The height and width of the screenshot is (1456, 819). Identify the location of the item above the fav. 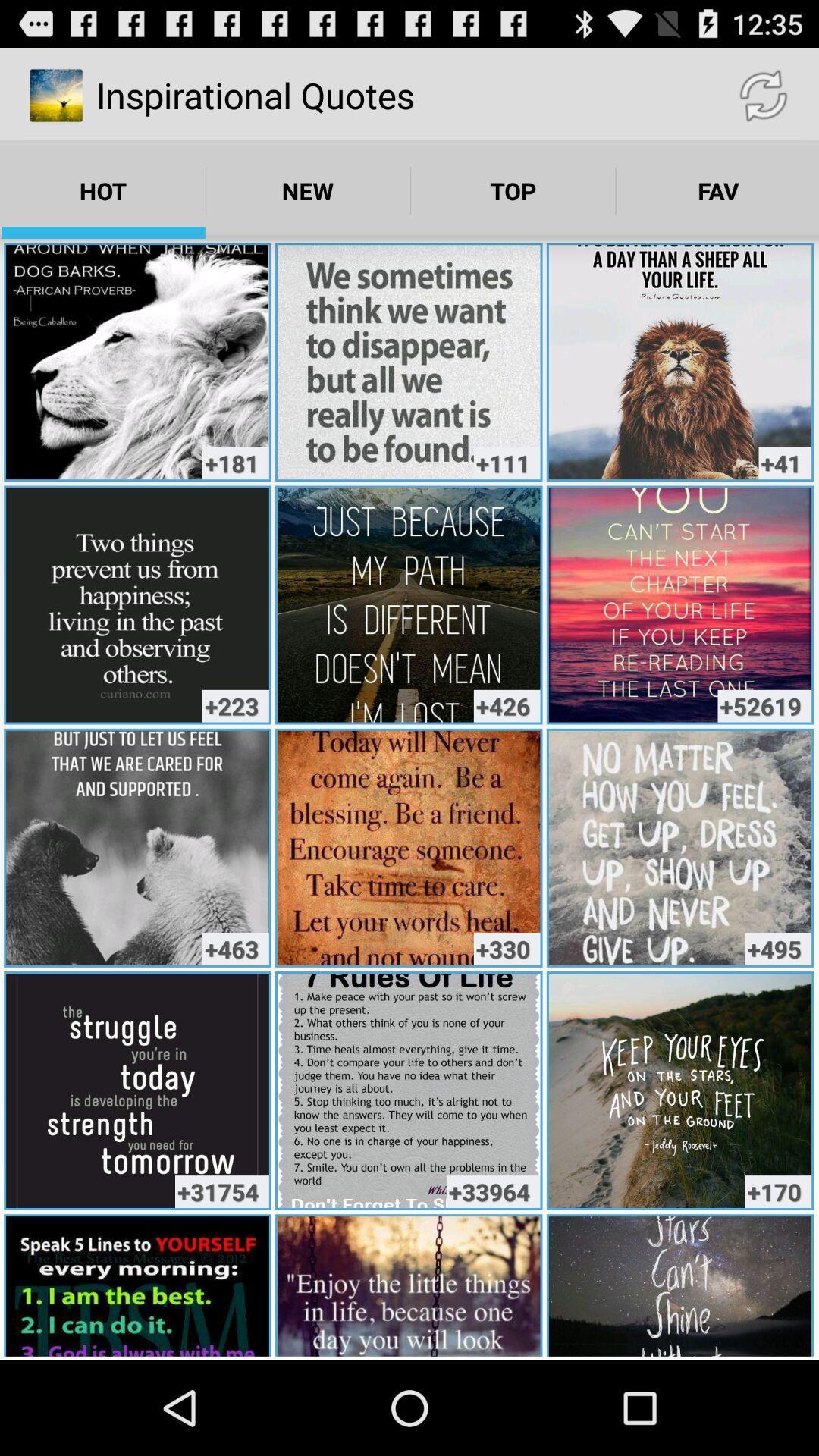
(763, 94).